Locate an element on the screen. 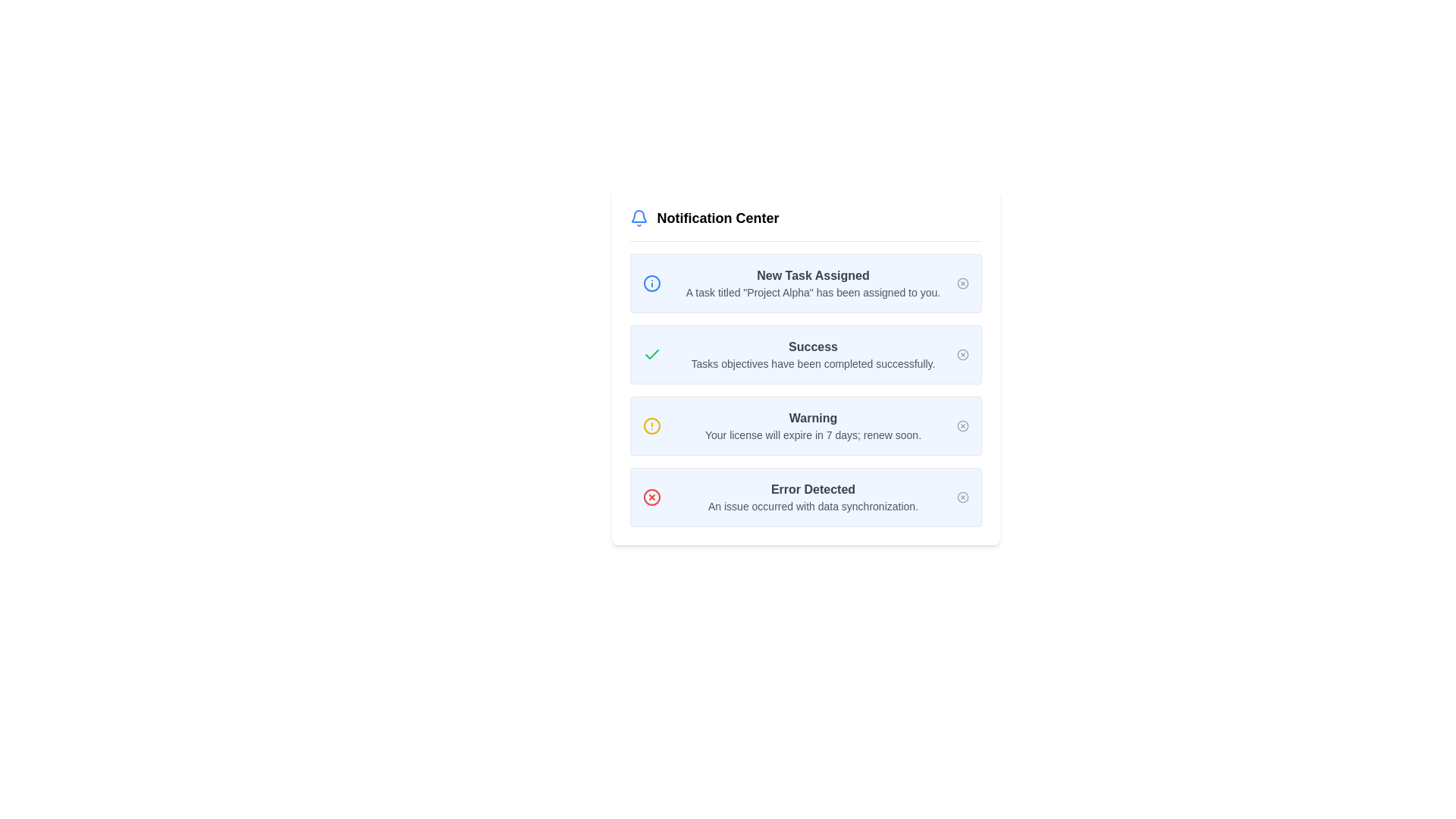 This screenshot has height=819, width=1456. the blue circular information icon located in the topmost notification box is located at coordinates (651, 284).